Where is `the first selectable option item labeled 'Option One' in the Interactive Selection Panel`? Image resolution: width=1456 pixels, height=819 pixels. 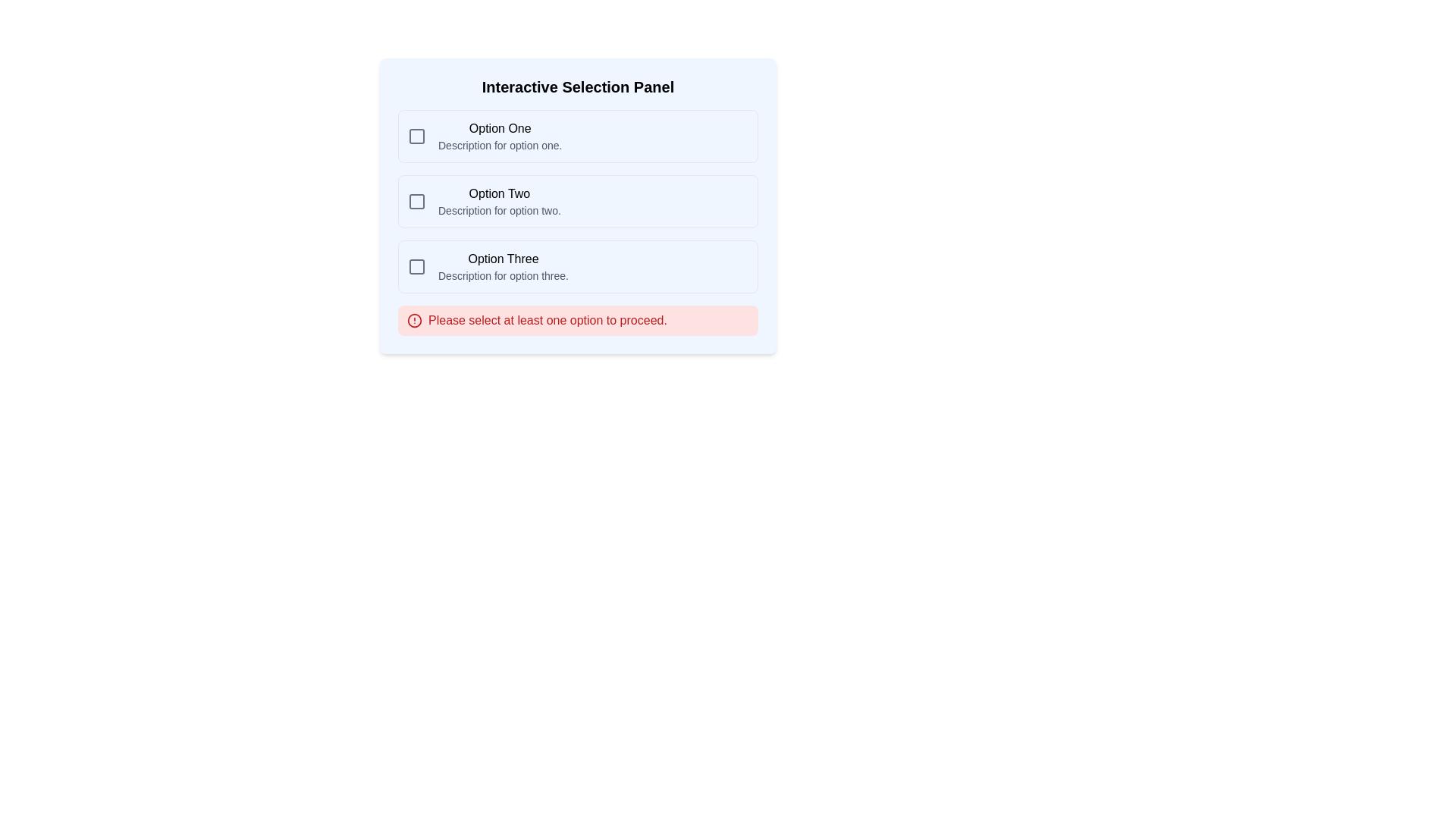 the first selectable option item labeled 'Option One' in the Interactive Selection Panel is located at coordinates (577, 136).